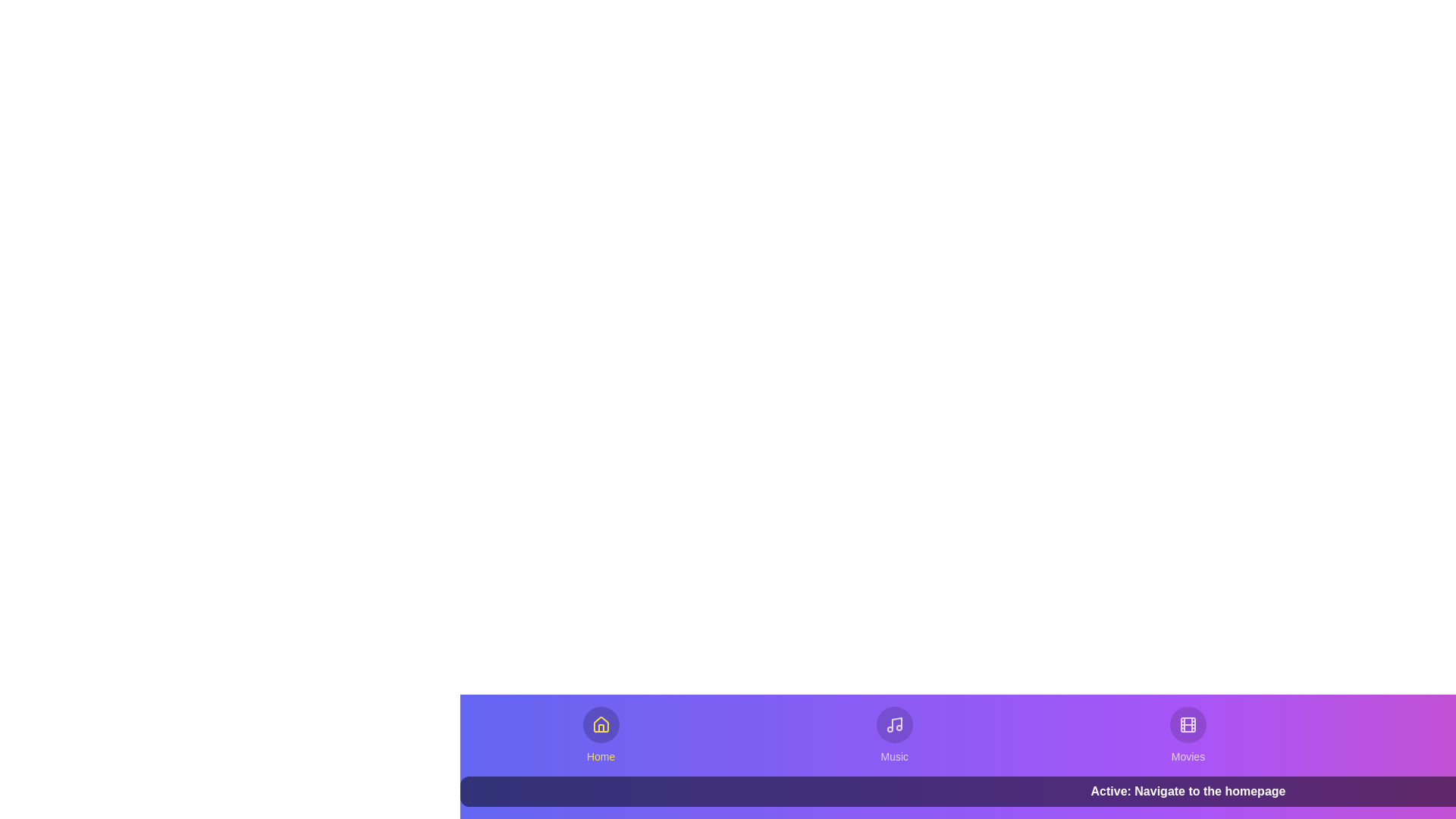 This screenshot has height=819, width=1456. I want to click on the Movies tab from the bottom navigation bar, so click(1187, 734).